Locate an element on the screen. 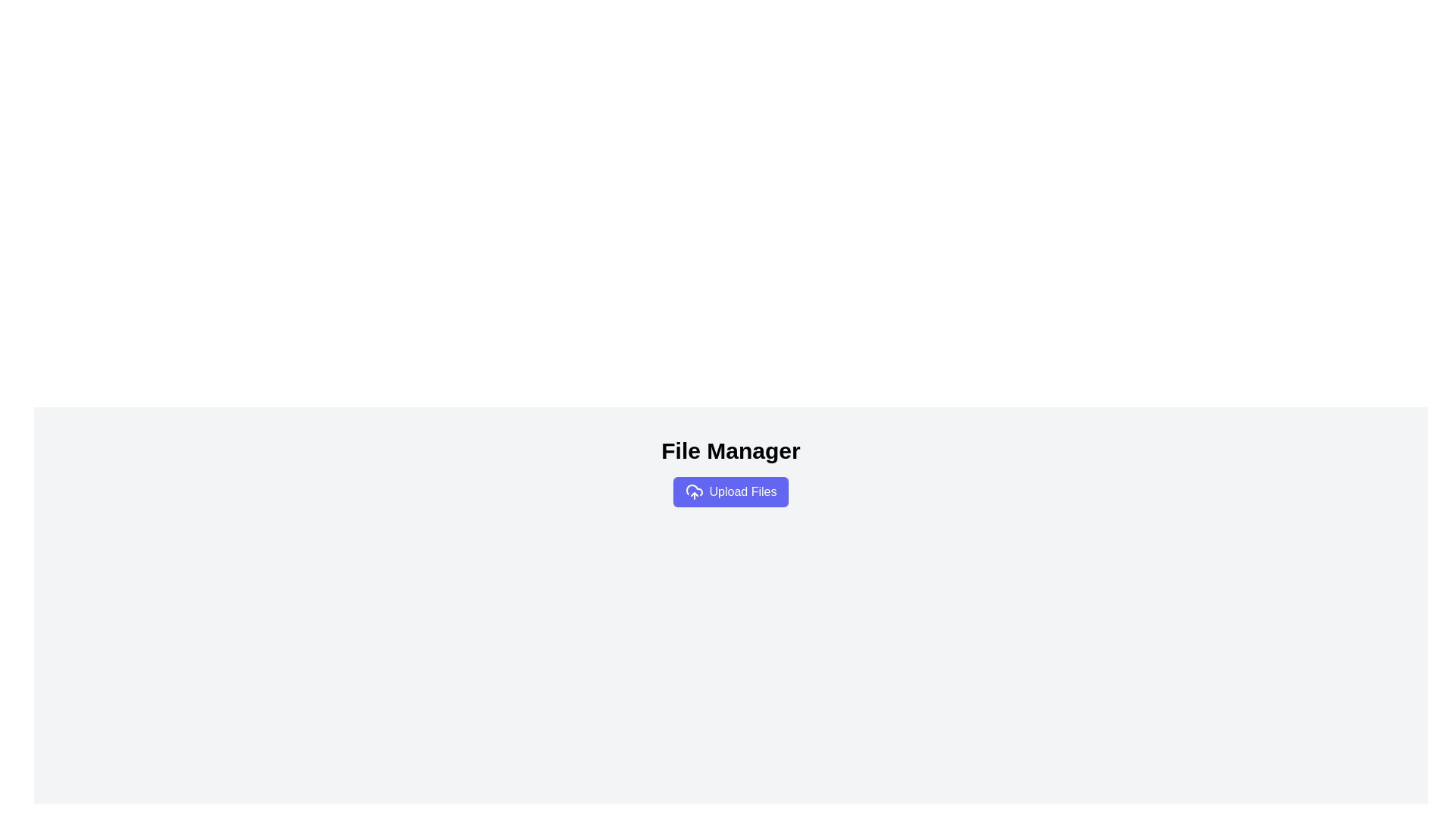 The image size is (1456, 819). the upload icon located to the left of the 'Upload Files' button, which symbolizes the upload action is located at coordinates (693, 491).